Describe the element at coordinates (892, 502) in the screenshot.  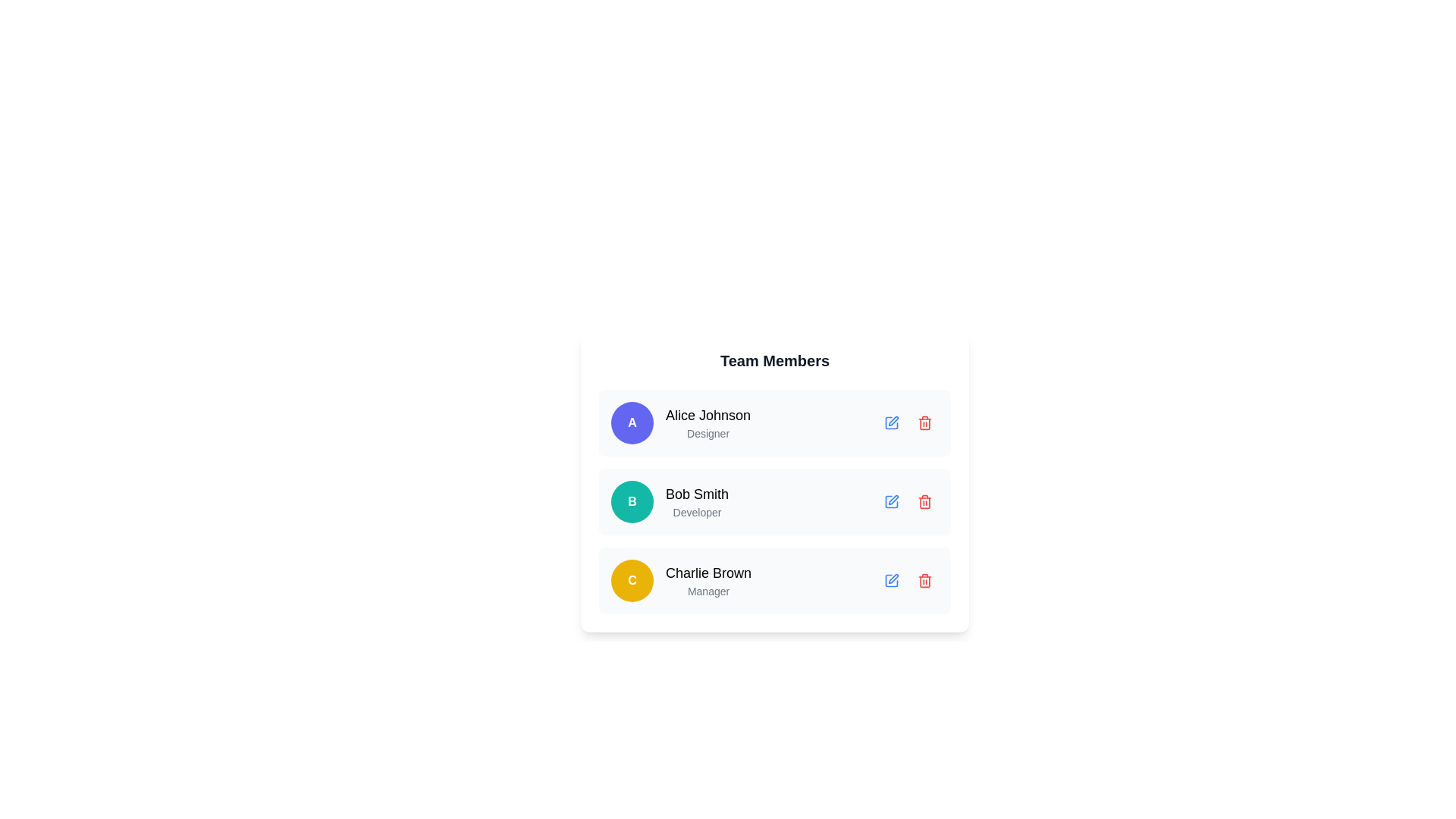
I see `the rectangular SVG icon representing an edit option for 'Bob Smith' in the 'Team Members' list` at that location.